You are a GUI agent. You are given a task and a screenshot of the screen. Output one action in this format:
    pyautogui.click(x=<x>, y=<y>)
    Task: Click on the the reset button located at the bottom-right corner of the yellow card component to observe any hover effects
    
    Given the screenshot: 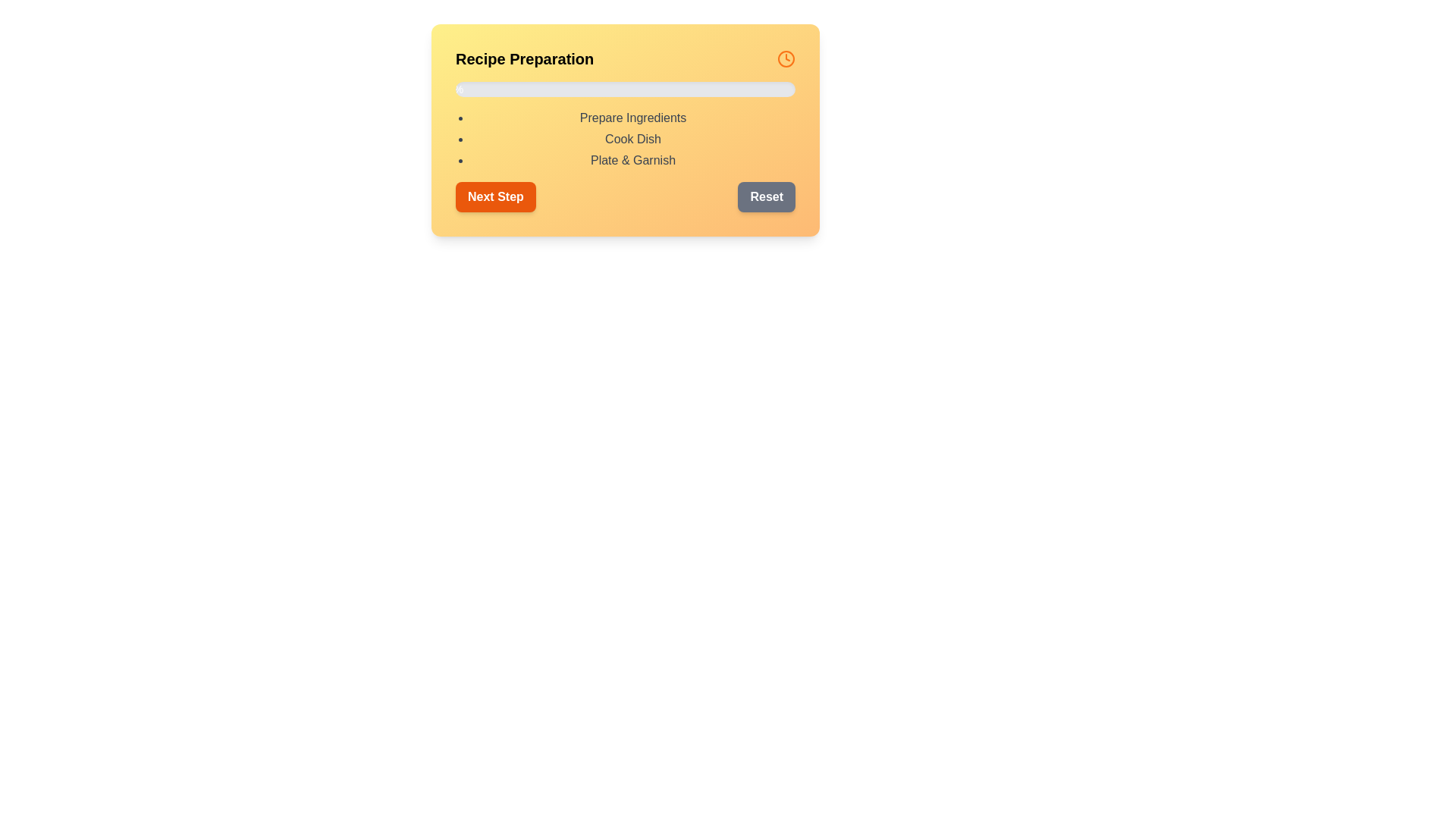 What is the action you would take?
    pyautogui.click(x=767, y=196)
    